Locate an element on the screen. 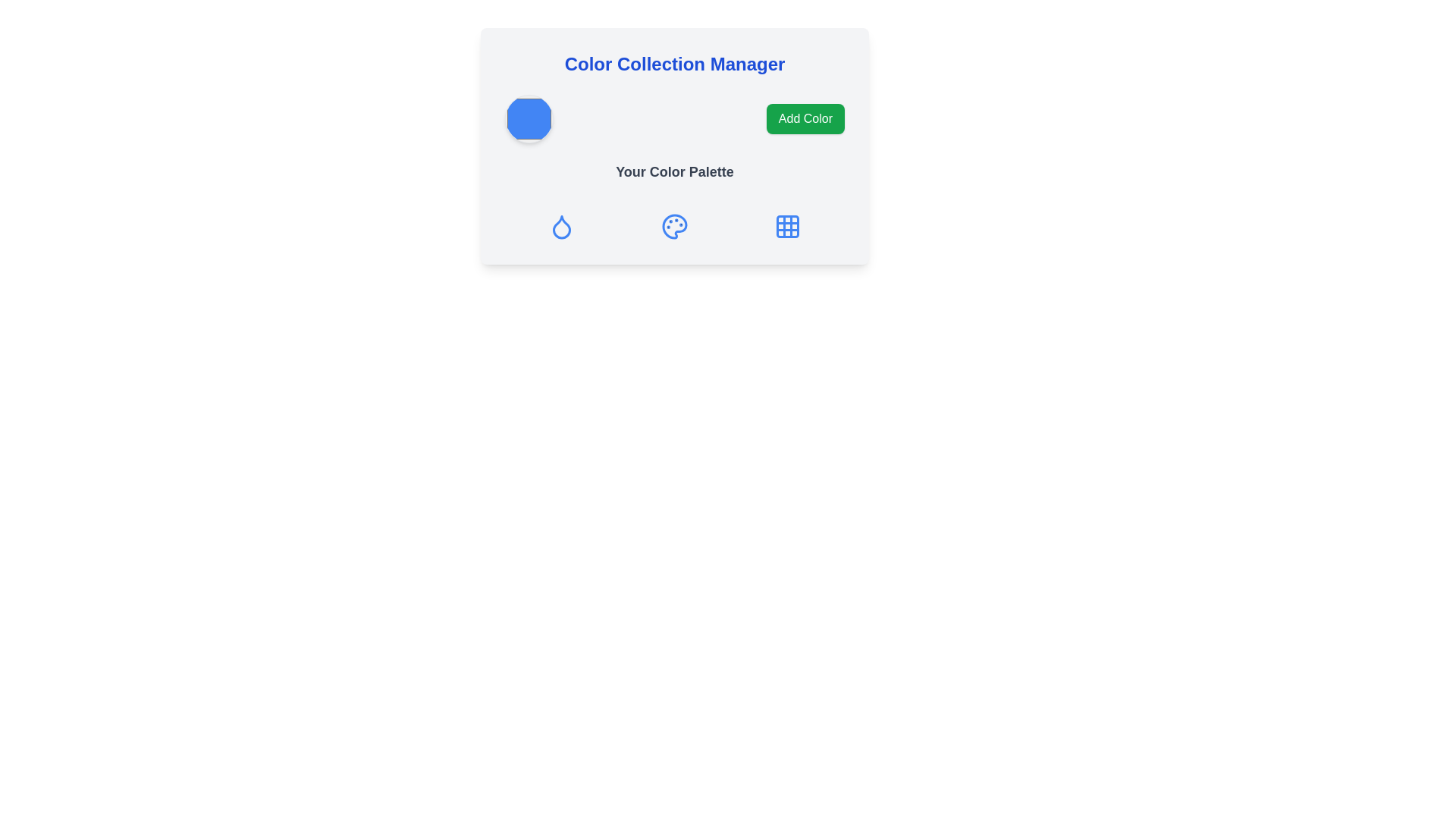  the leftmost icon in the 'Your Color Palette' section, which visually represents a water droplet or similar theme is located at coordinates (560, 227).